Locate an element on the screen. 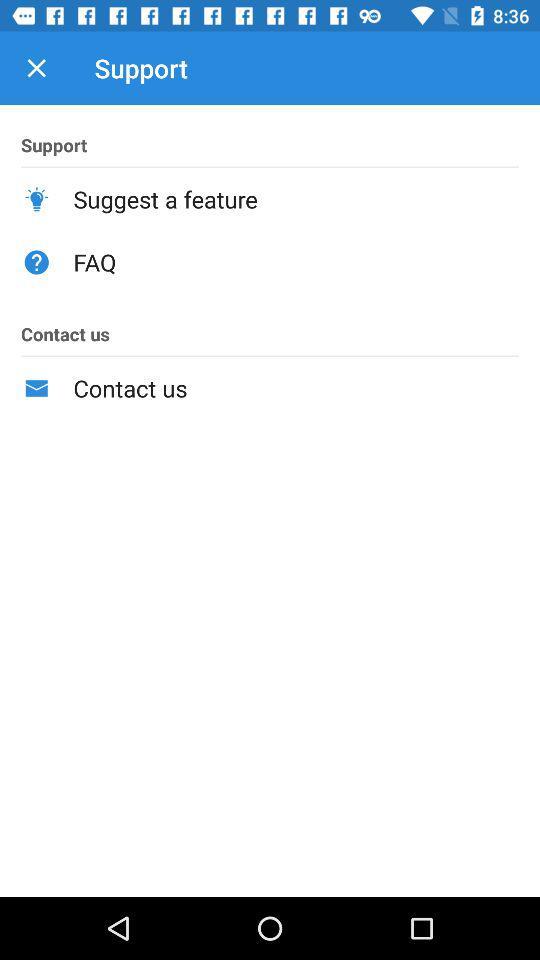  item above the contact us is located at coordinates (295, 261).